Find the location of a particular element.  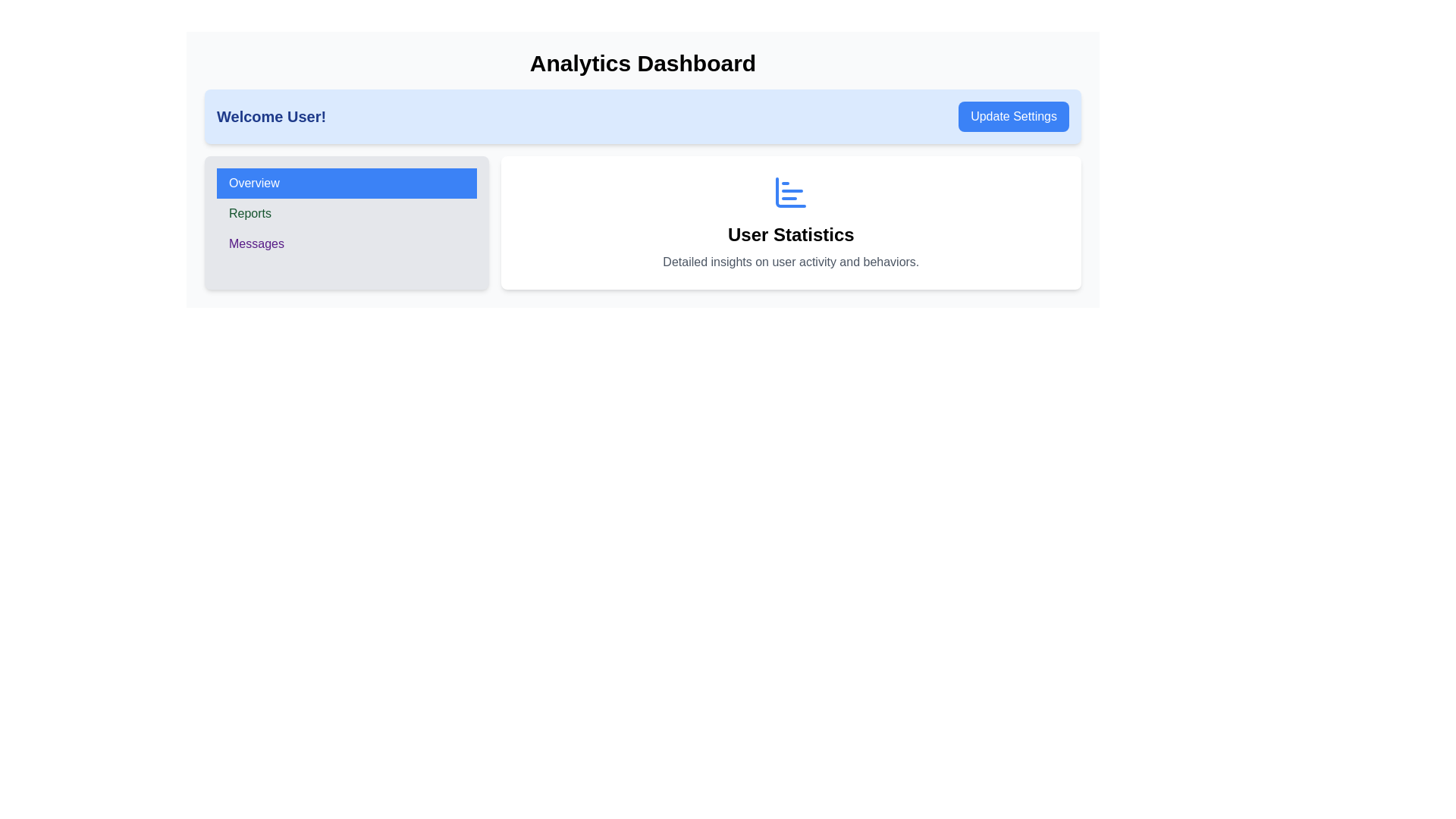

the section title text block located prominently in the center of the right section of the dashboard, which serves to inform the user about the content's general purpose or topic is located at coordinates (790, 234).